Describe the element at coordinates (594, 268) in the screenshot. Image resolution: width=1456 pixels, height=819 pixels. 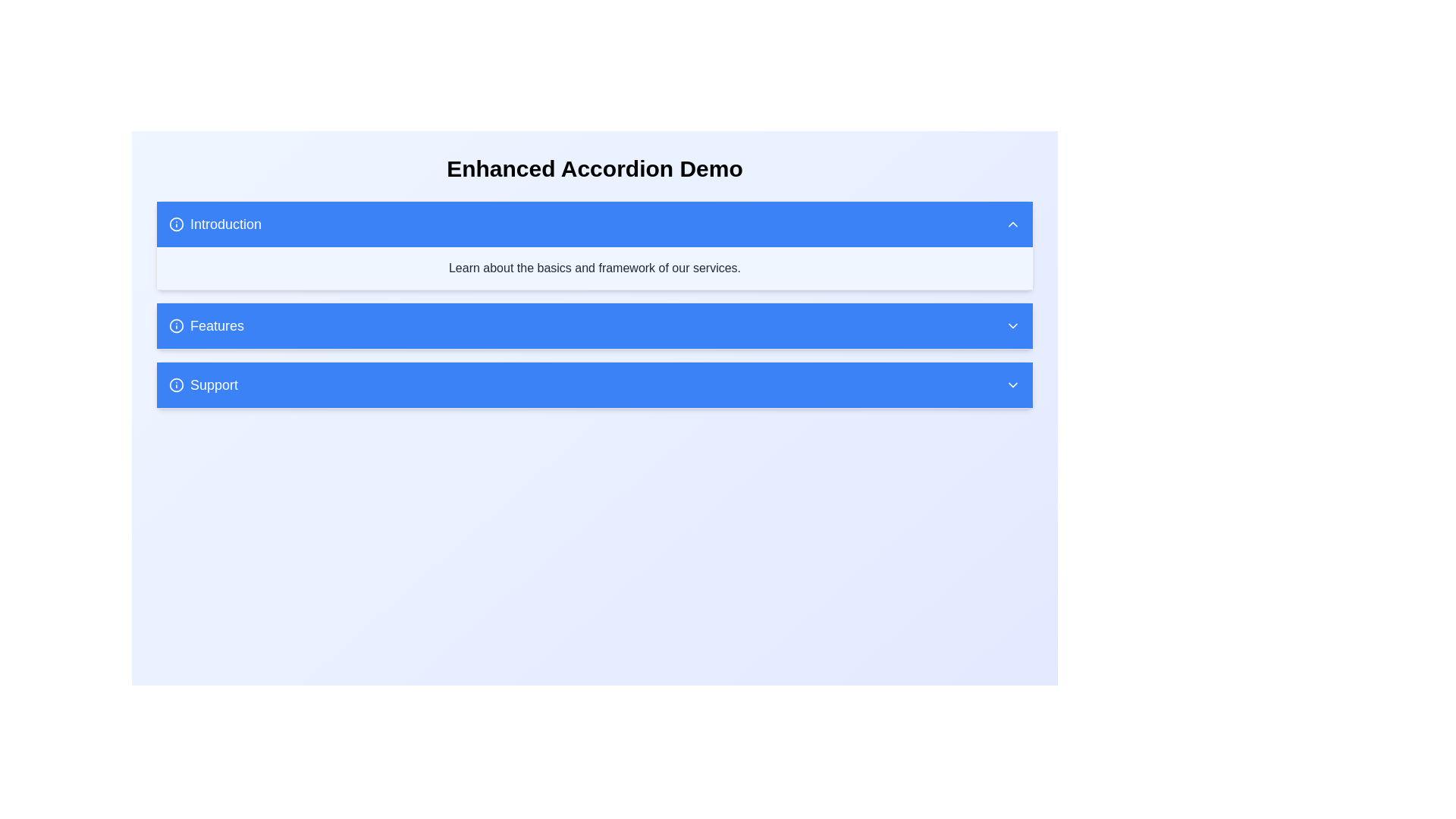
I see `the text label displaying 'Learn about the basics and framework of our services.' located beneath the 'Introduction' section header` at that location.